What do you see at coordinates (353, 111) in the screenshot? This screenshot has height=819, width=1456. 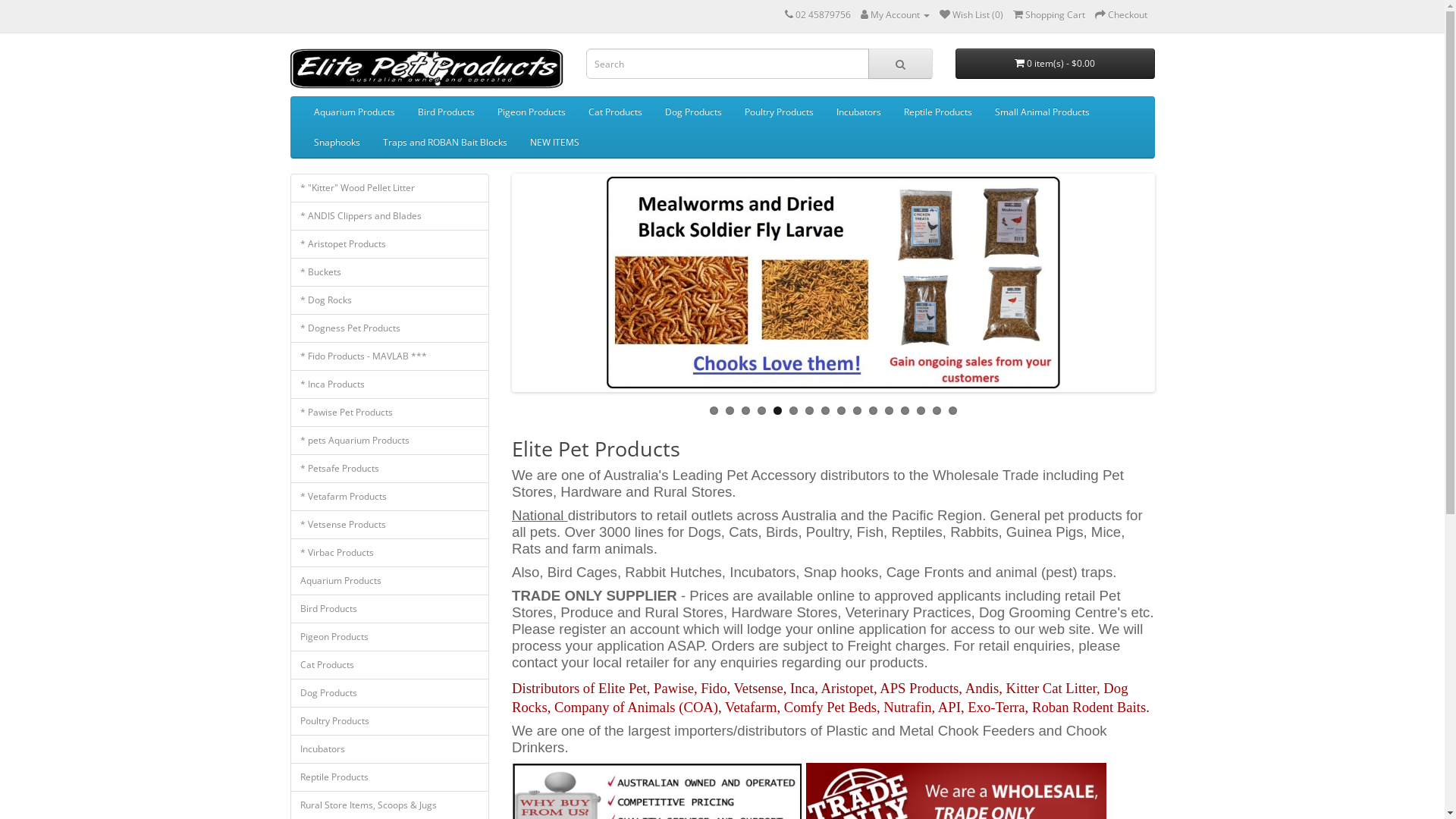 I see `'Aquarium Products'` at bounding box center [353, 111].